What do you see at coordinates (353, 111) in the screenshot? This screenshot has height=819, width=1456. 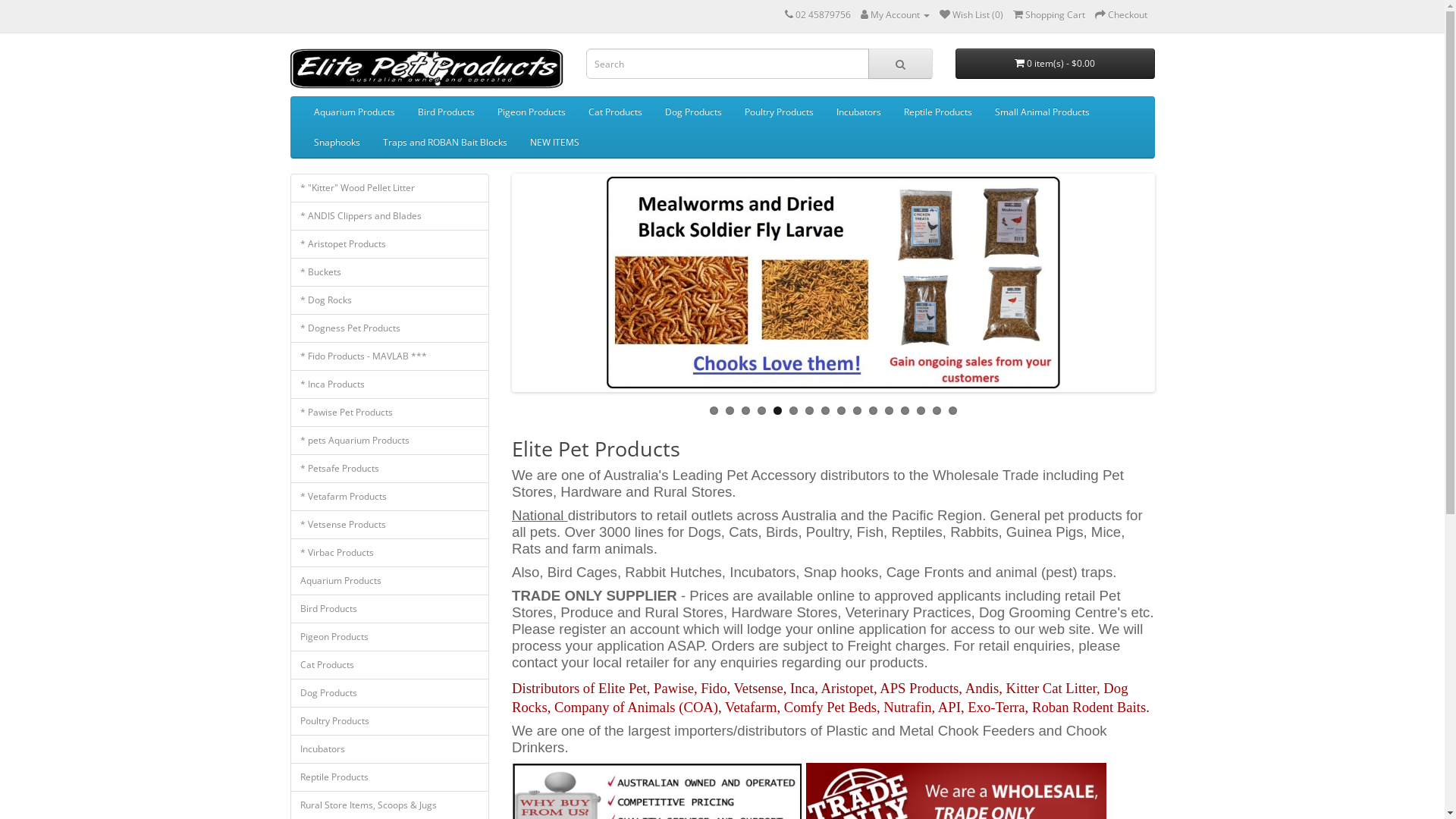 I see `'Aquarium Products'` at bounding box center [353, 111].